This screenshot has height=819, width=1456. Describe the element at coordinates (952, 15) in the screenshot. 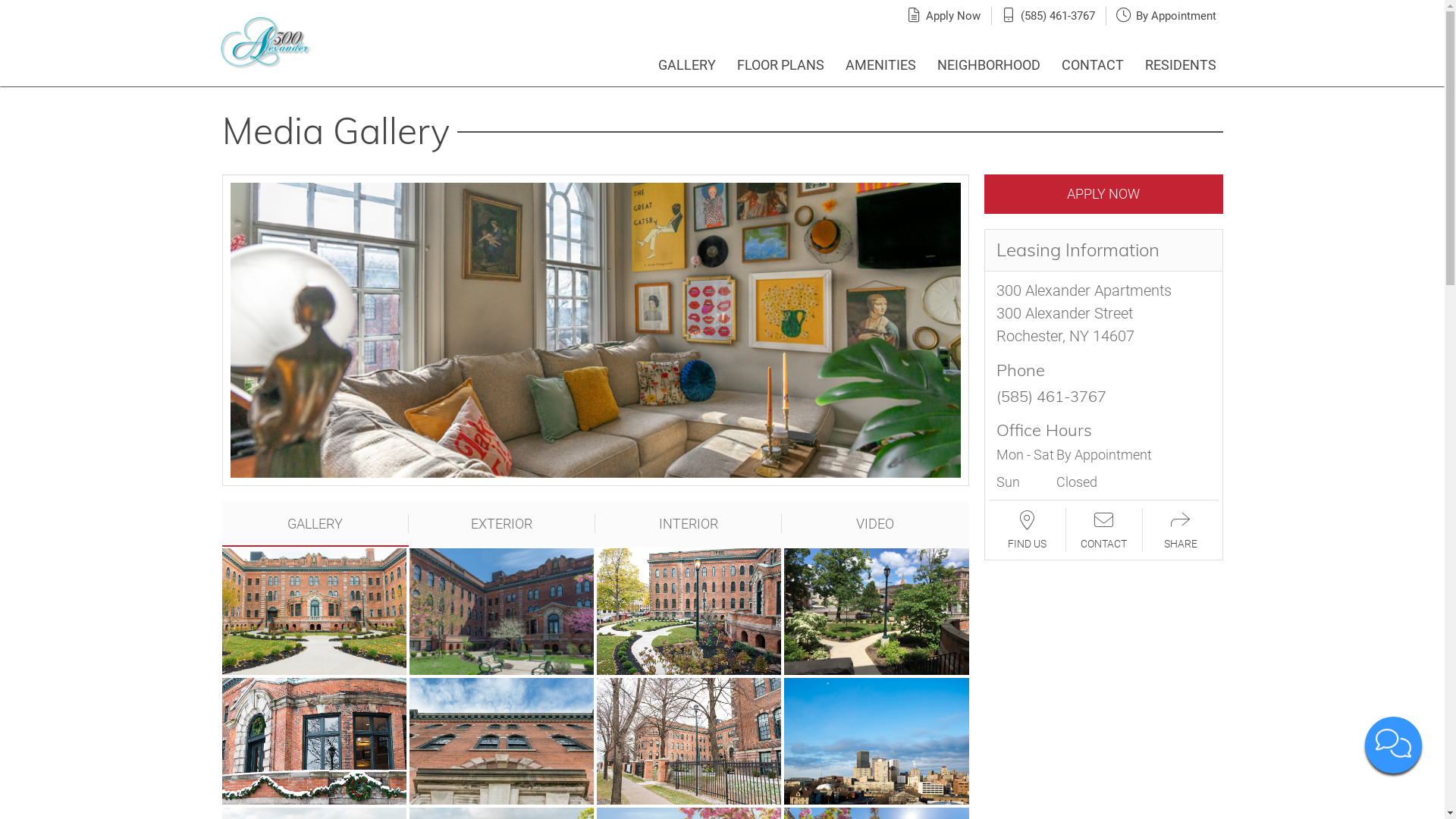

I see `'Apply Now'` at that location.